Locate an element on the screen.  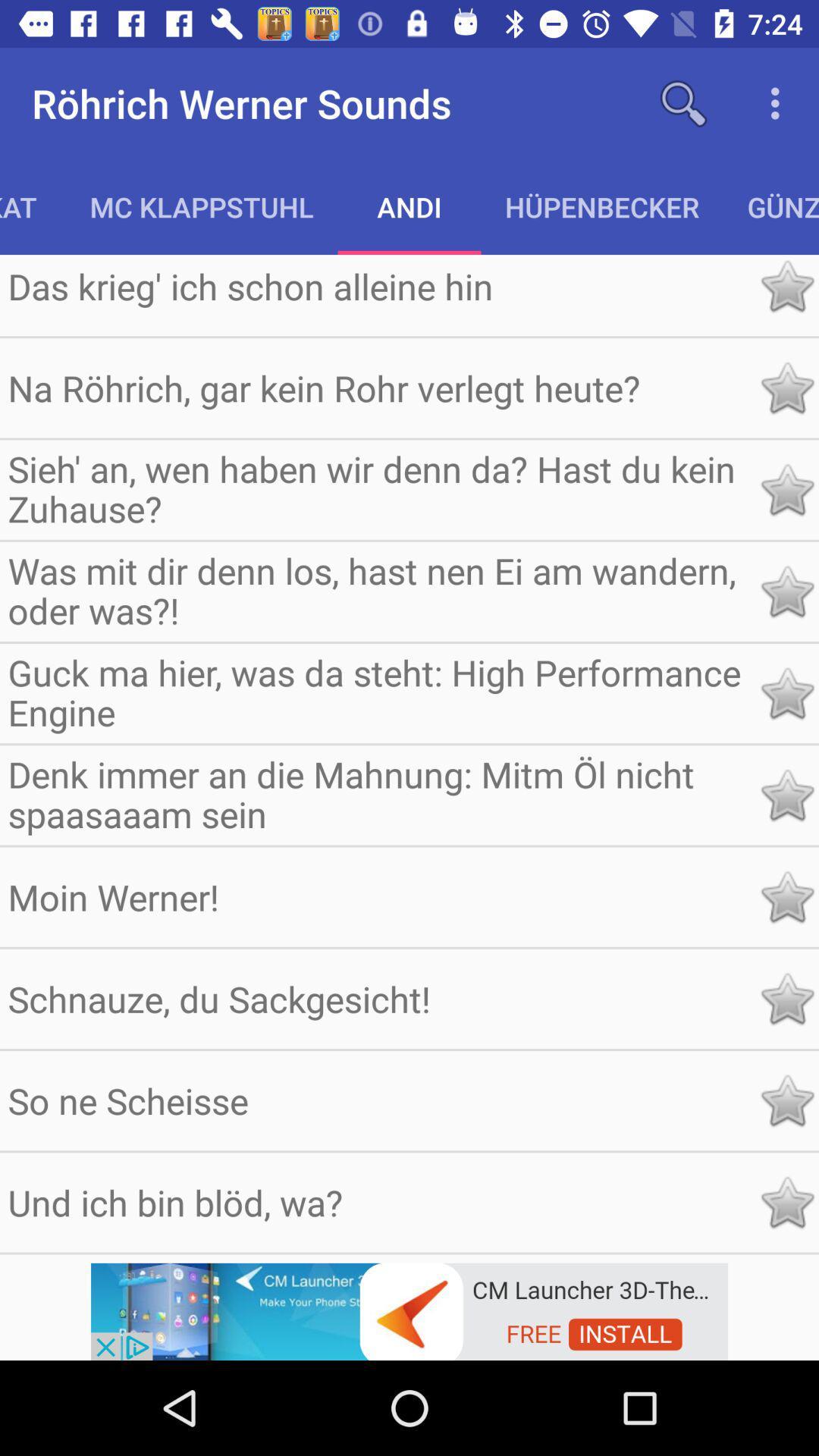
sound is located at coordinates (786, 1100).